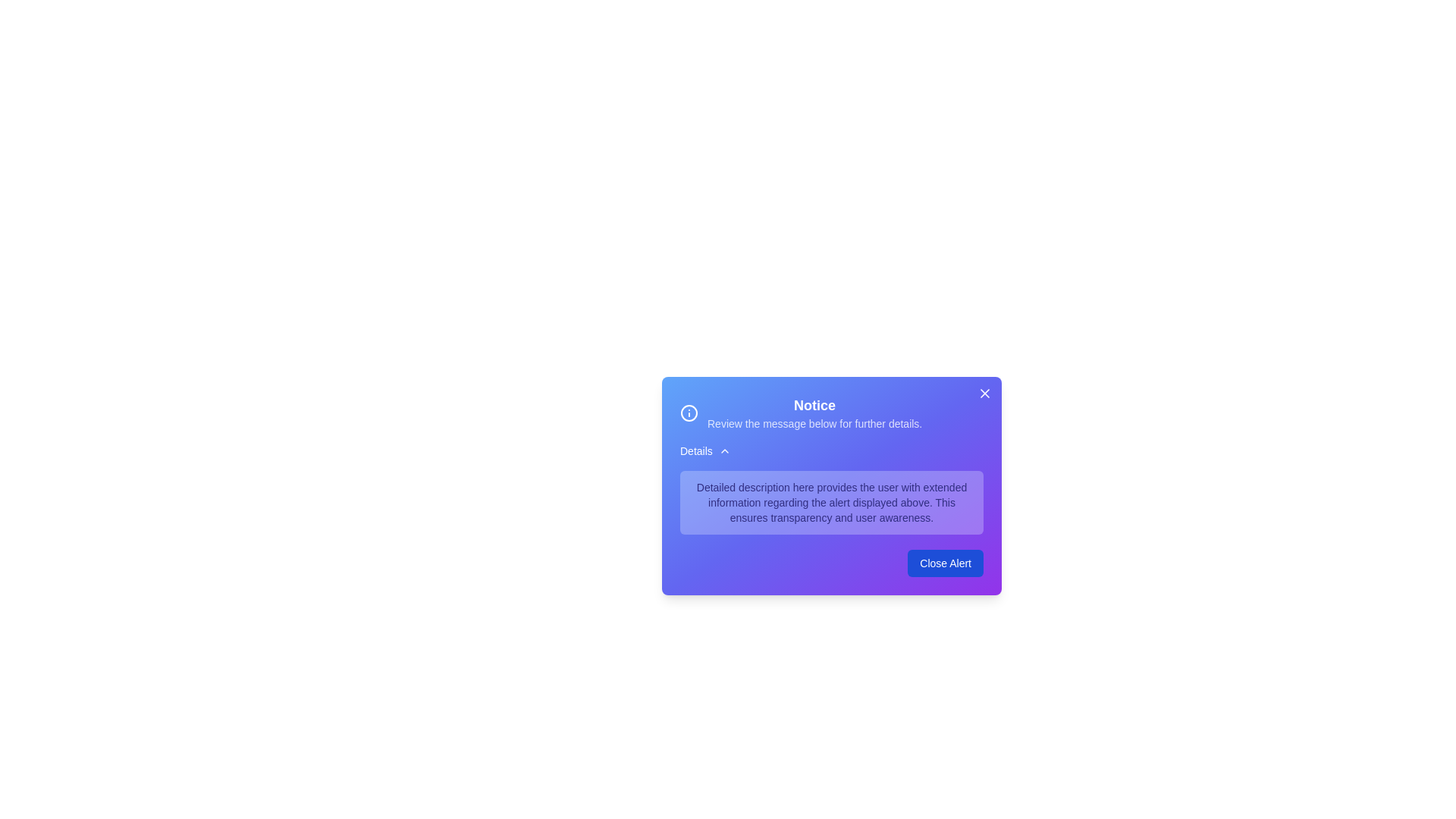 The width and height of the screenshot is (1456, 819). Describe the element at coordinates (704, 450) in the screenshot. I see `the 'Details' button to toggle the visibility of detailed information` at that location.